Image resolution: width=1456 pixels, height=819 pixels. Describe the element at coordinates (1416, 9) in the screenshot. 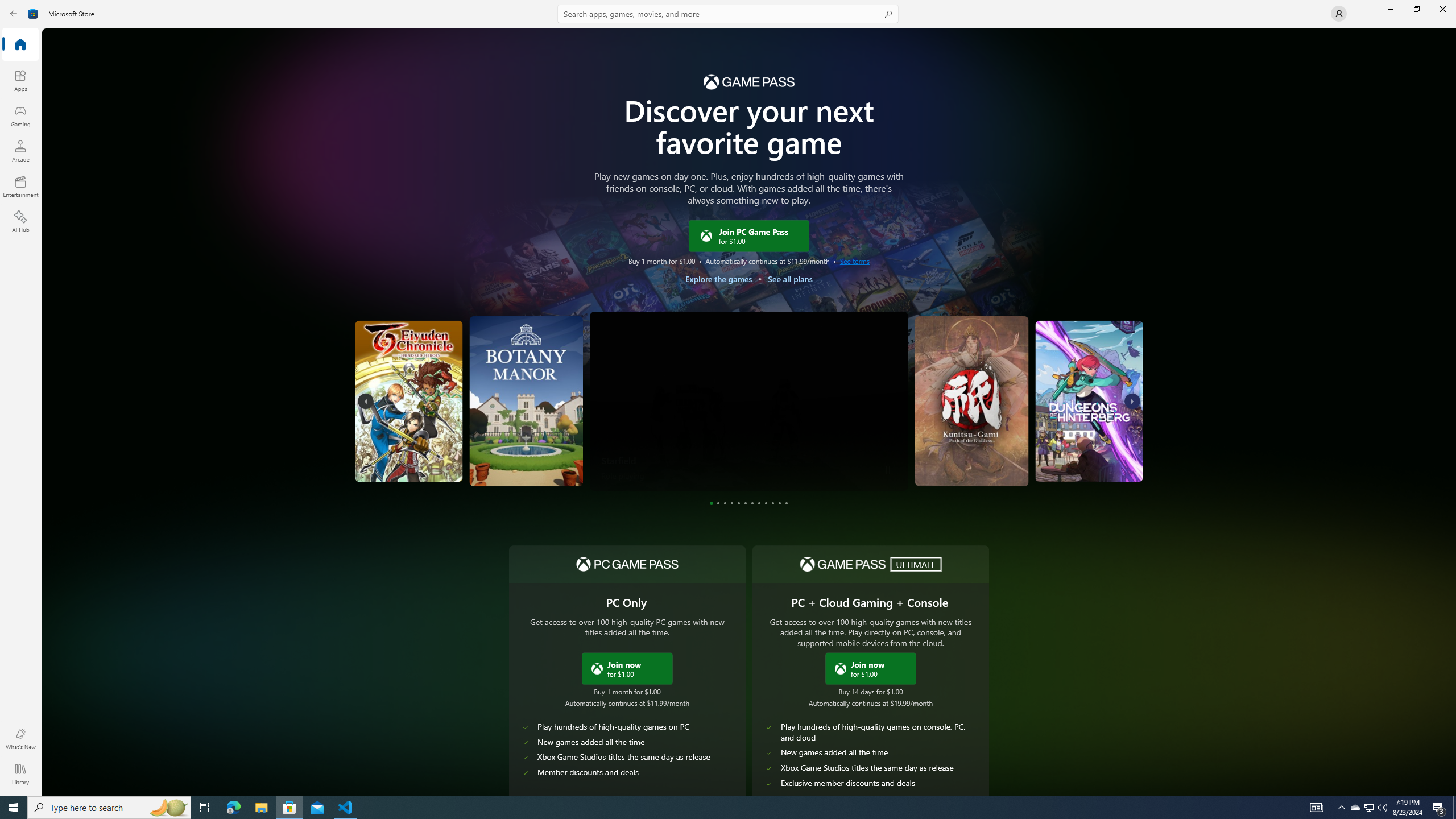

I see `'Restore Microsoft Store'` at that location.